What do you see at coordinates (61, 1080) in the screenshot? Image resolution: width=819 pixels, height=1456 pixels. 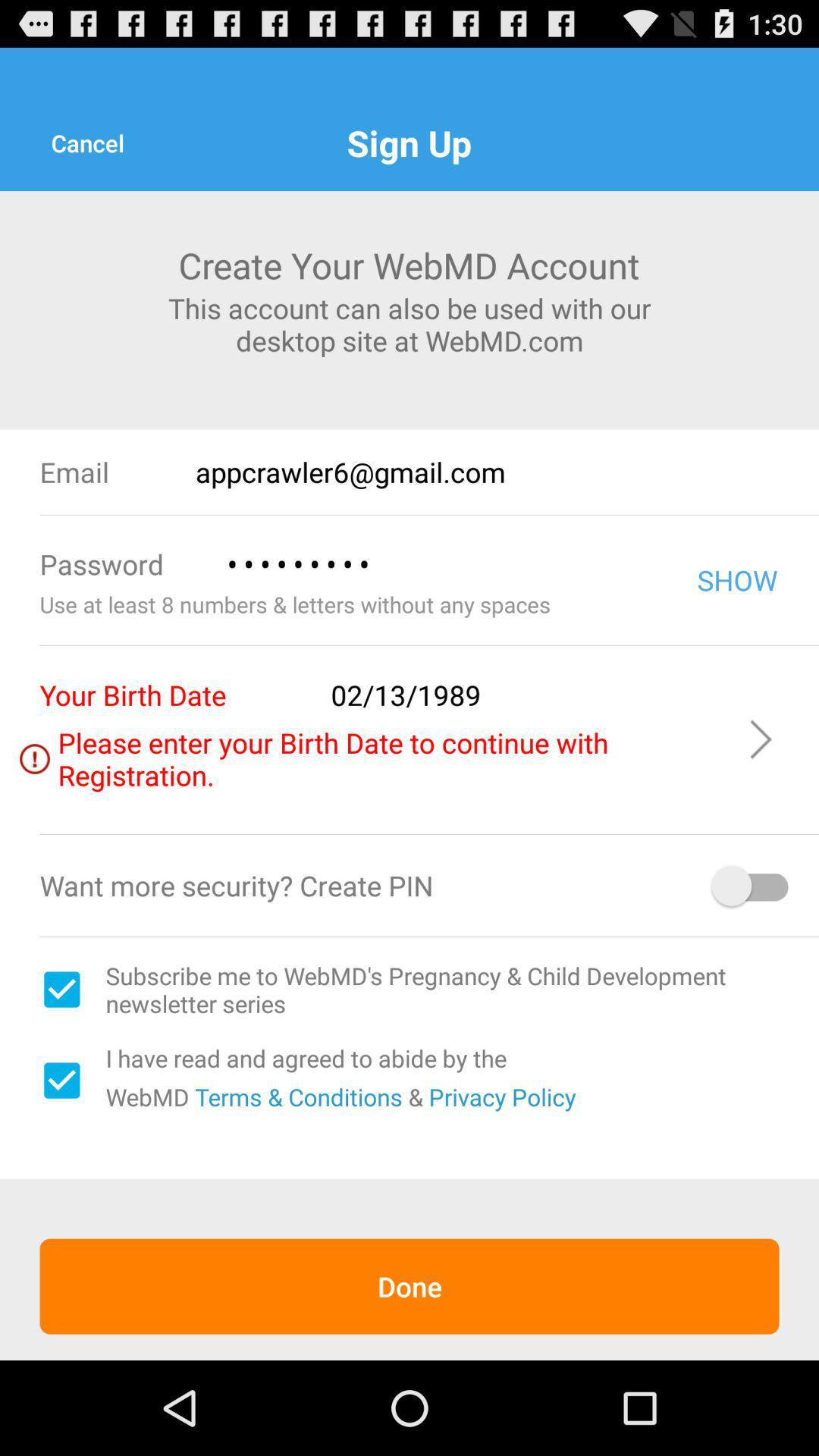 I see `selection` at bounding box center [61, 1080].